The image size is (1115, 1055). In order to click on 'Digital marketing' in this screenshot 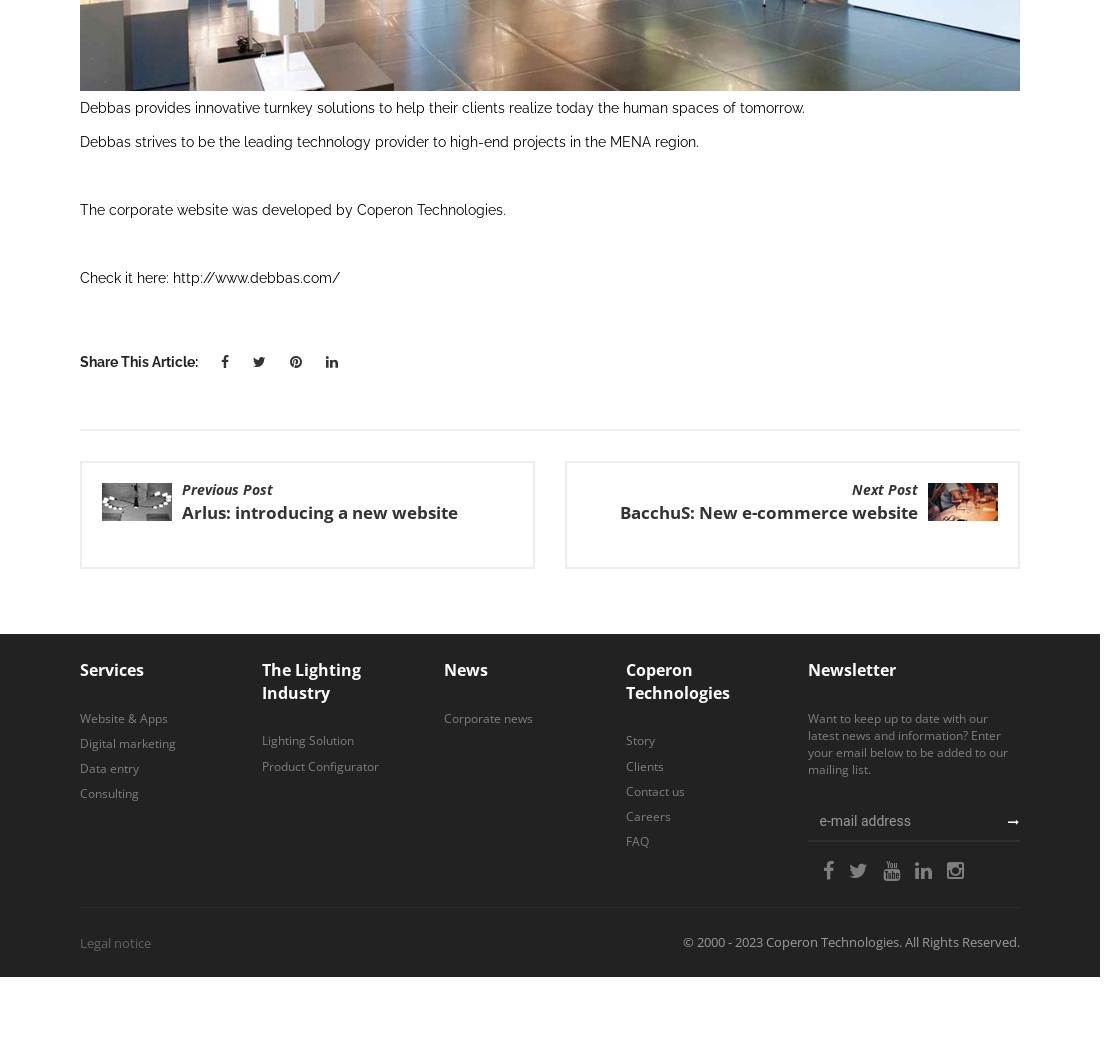, I will do `click(79, 742)`.